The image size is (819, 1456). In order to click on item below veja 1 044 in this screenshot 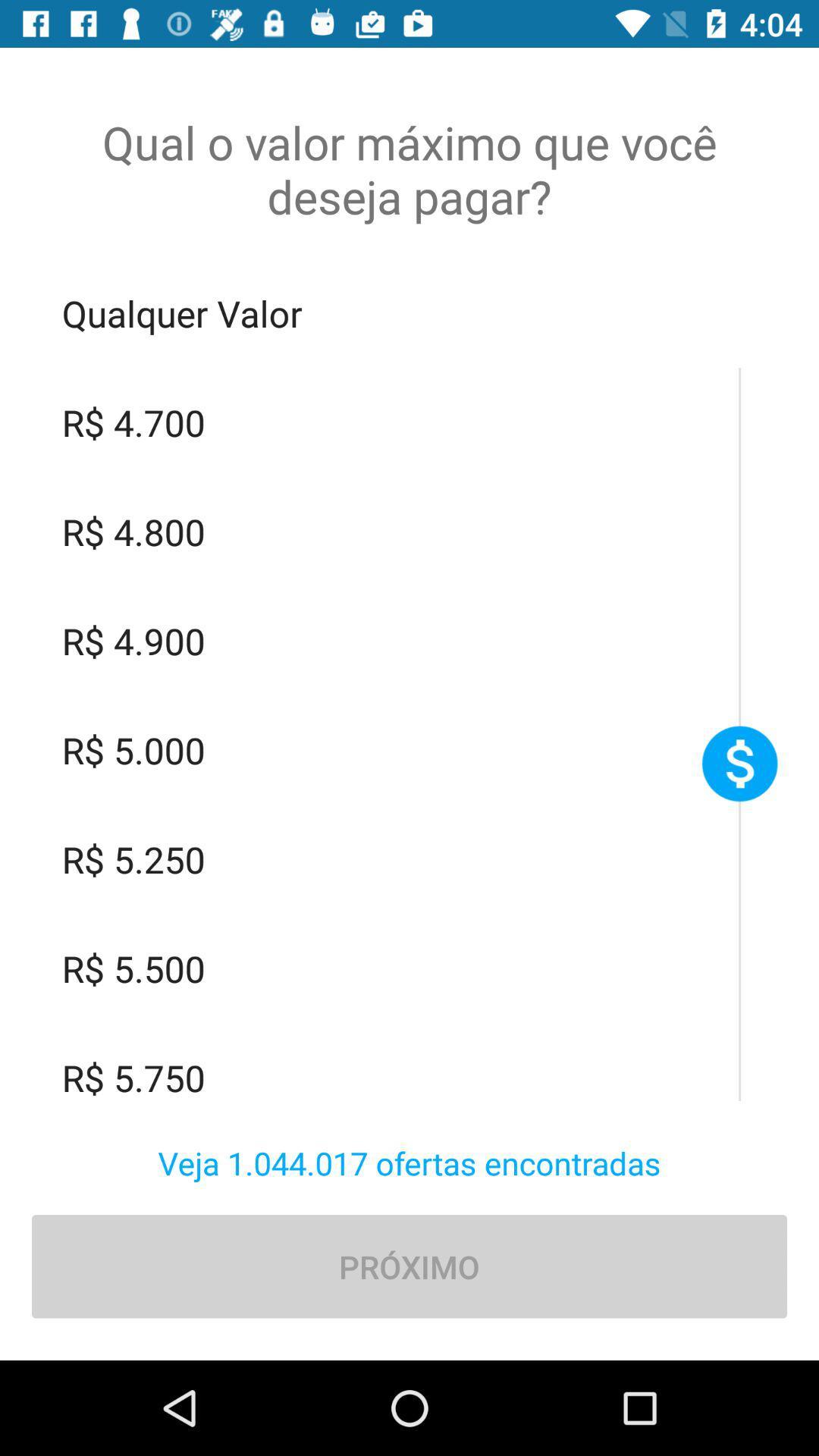, I will do `click(409, 1266)`.